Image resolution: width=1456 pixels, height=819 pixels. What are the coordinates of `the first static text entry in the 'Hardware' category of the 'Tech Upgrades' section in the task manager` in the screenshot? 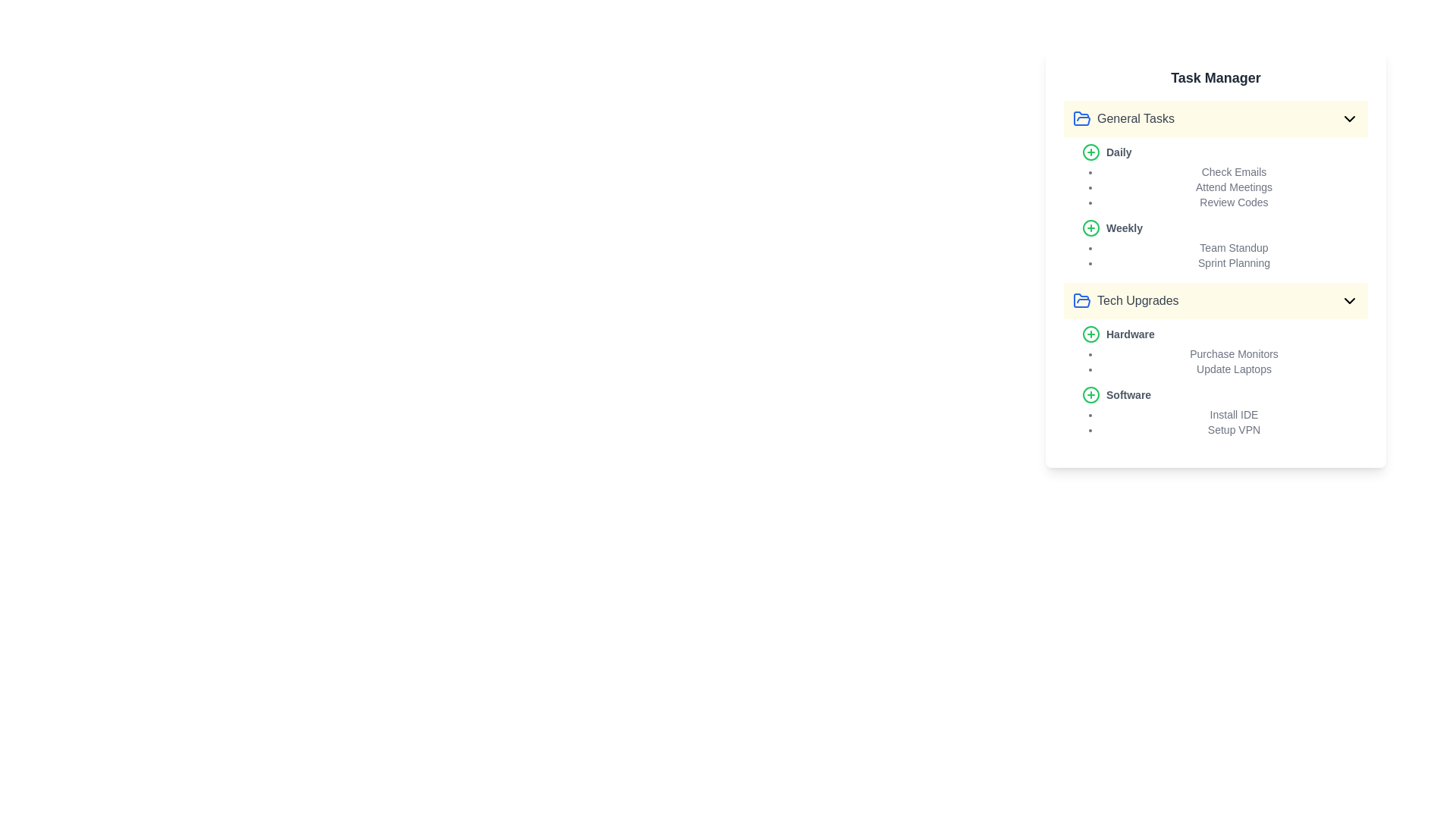 It's located at (1234, 353).